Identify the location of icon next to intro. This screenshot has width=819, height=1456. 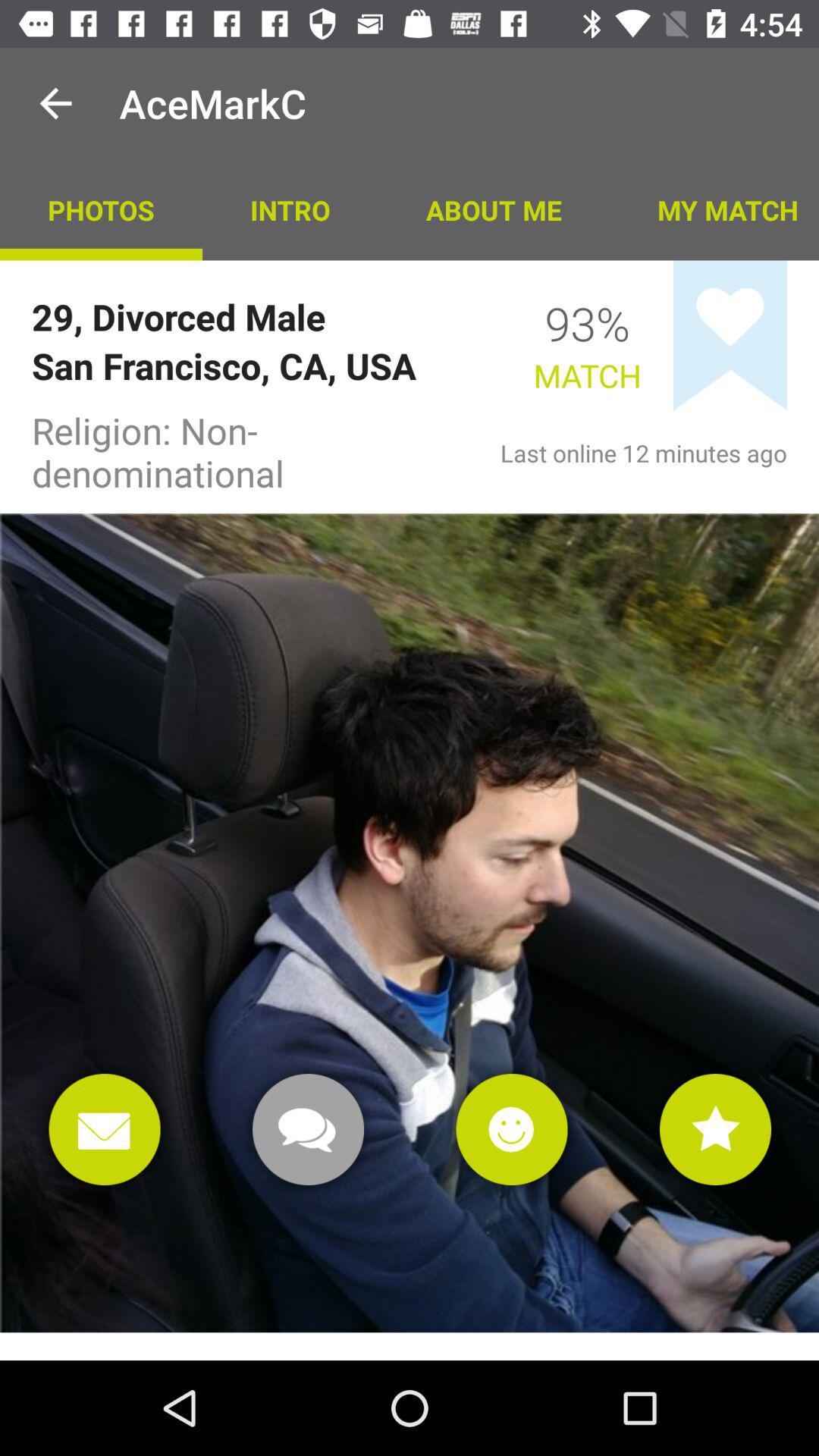
(494, 209).